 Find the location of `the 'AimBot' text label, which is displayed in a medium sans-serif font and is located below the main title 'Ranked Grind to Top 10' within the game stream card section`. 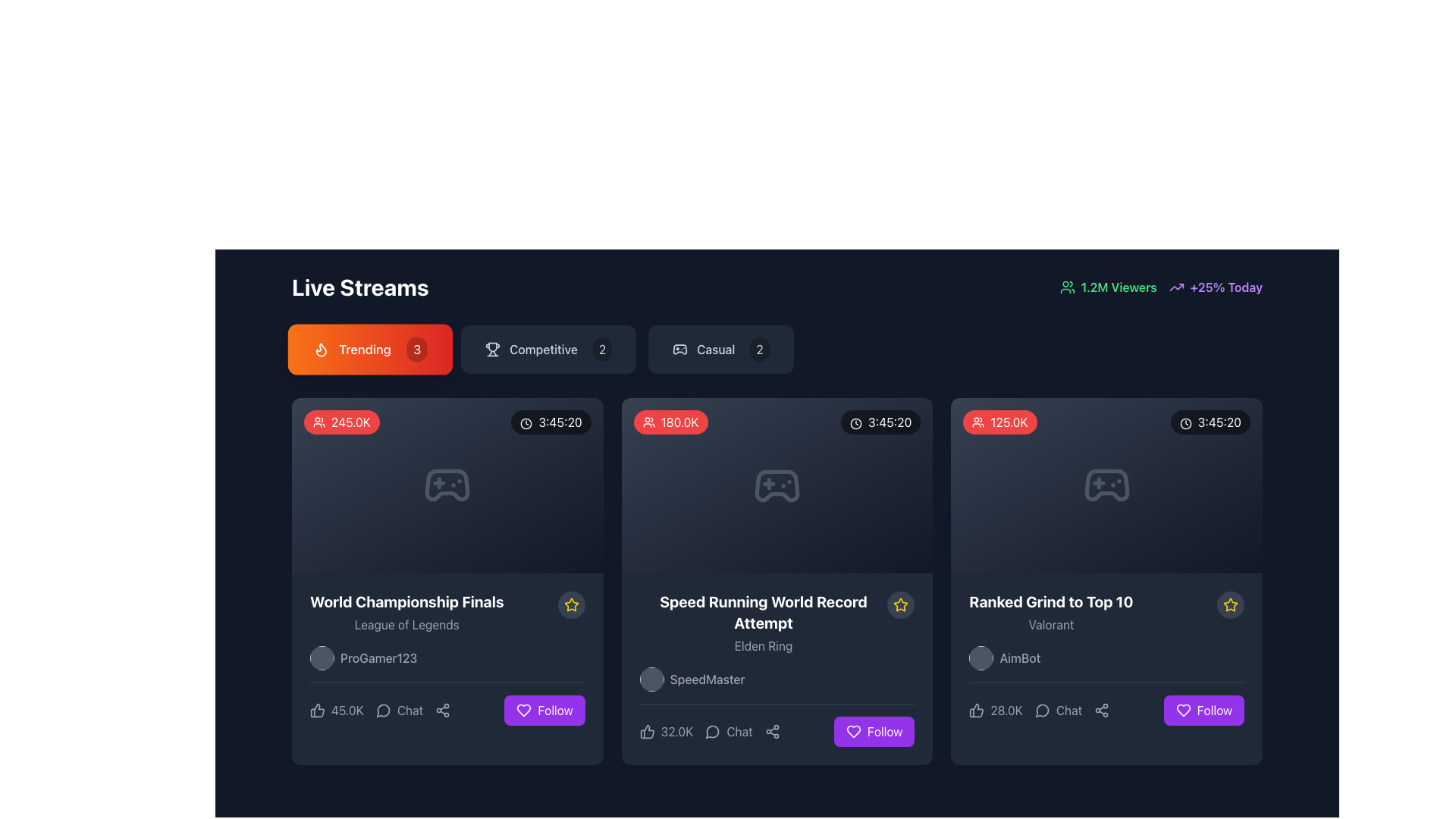

the 'AimBot' text label, which is displayed in a medium sans-serif font and is located below the main title 'Ranked Grind to Top 10' within the game stream card section is located at coordinates (1020, 657).